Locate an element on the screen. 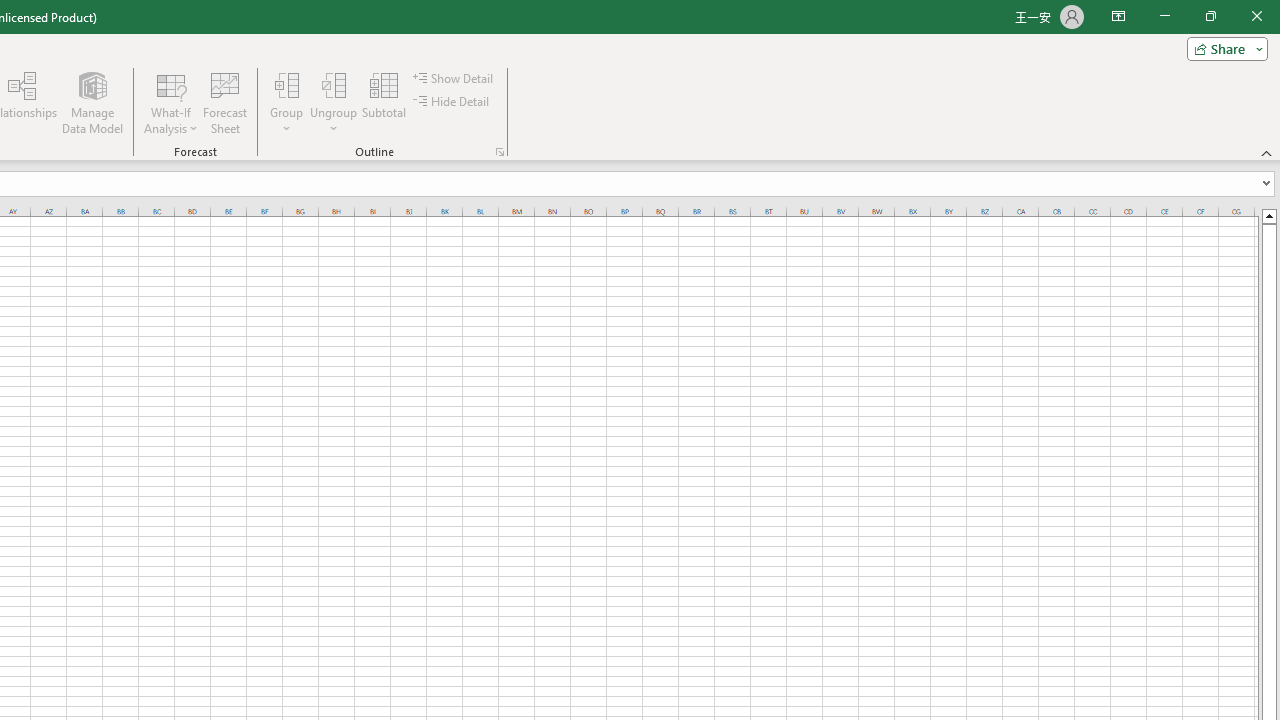 This screenshot has width=1280, height=720. 'Share' is located at coordinates (1222, 47).